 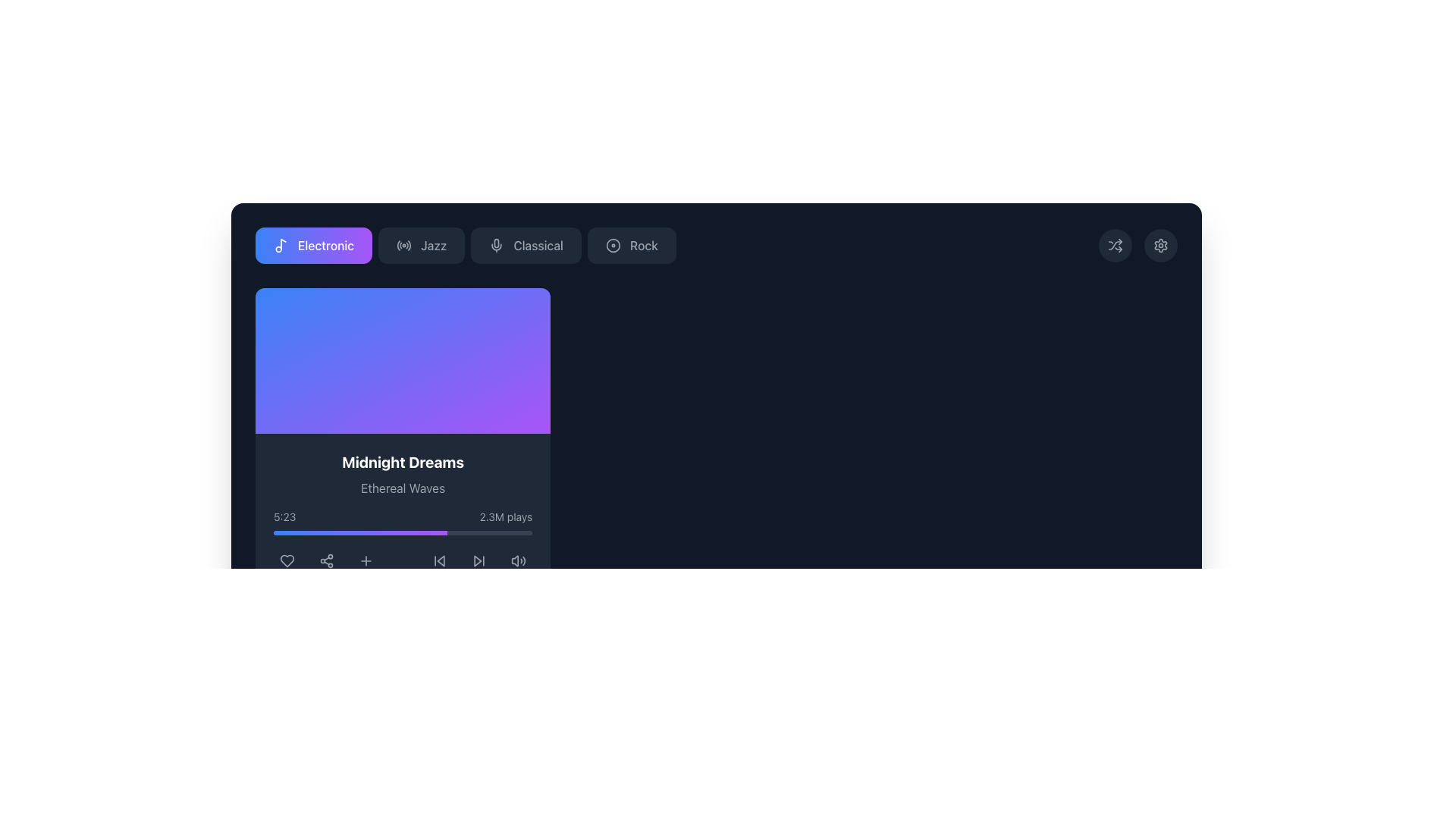 I want to click on the settings button located in the top-right corner of the interface, so click(x=1160, y=245).